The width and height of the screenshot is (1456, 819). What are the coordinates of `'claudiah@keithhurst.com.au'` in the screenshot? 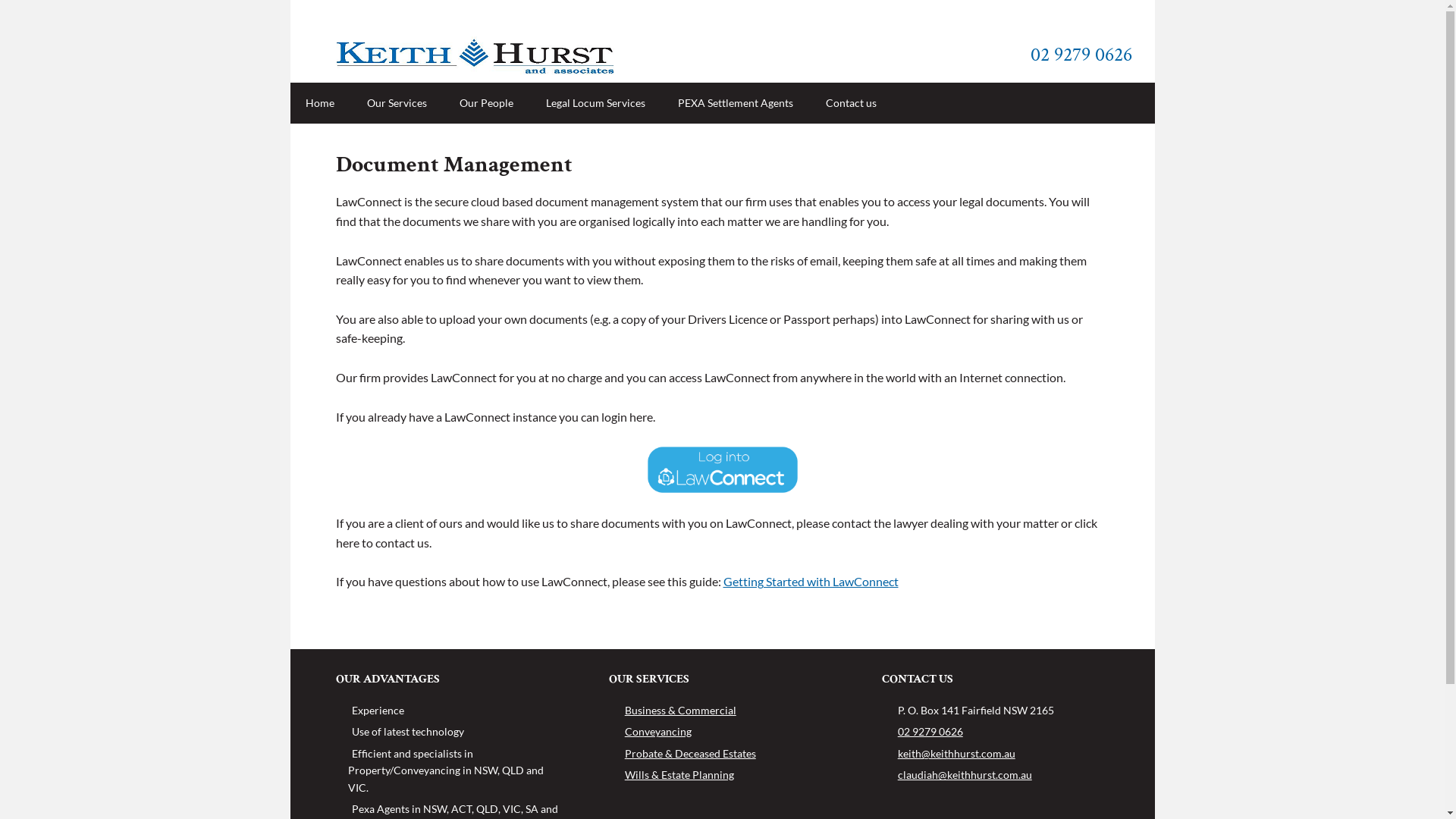 It's located at (964, 774).